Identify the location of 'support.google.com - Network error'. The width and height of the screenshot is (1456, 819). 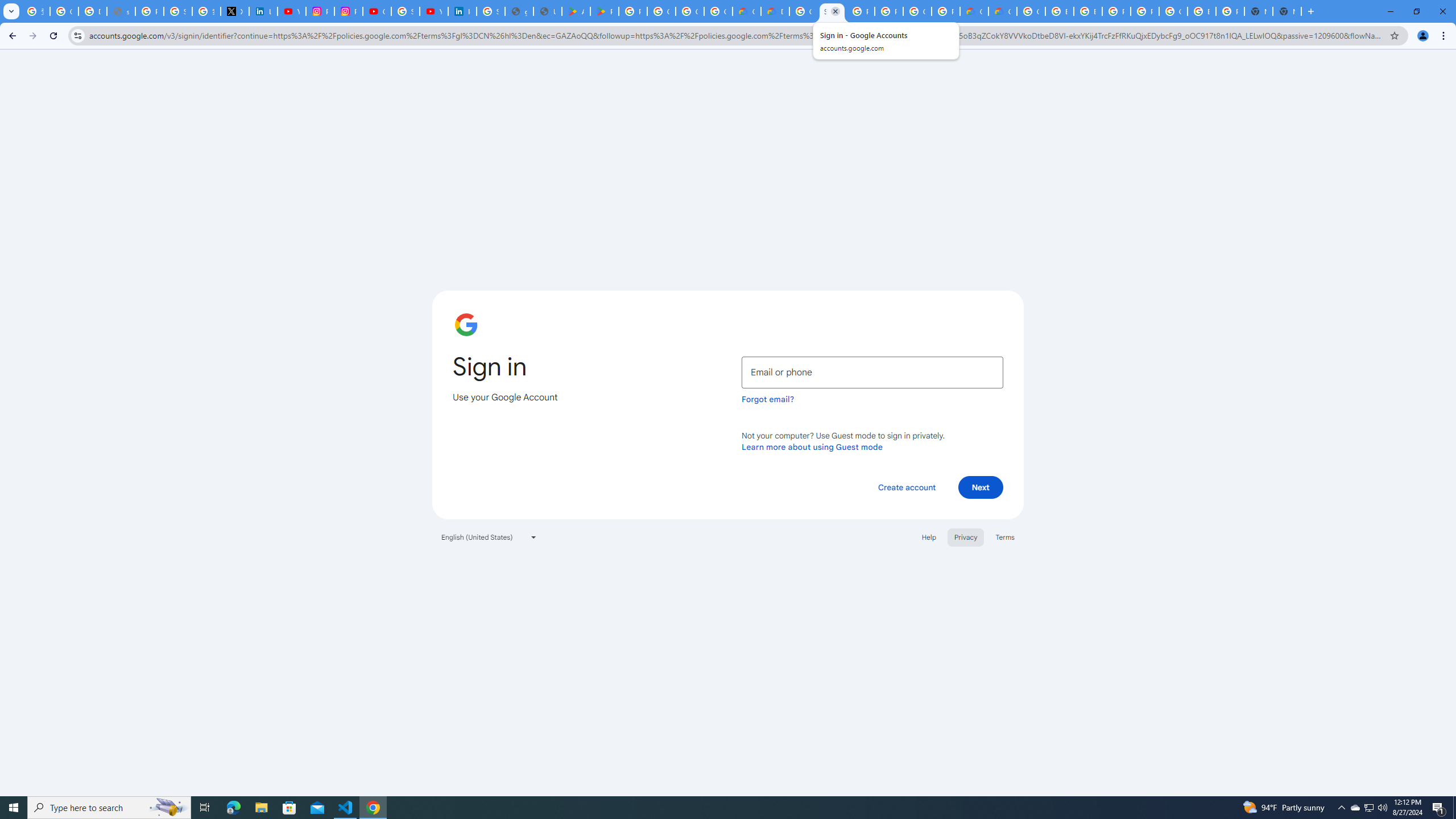
(120, 11).